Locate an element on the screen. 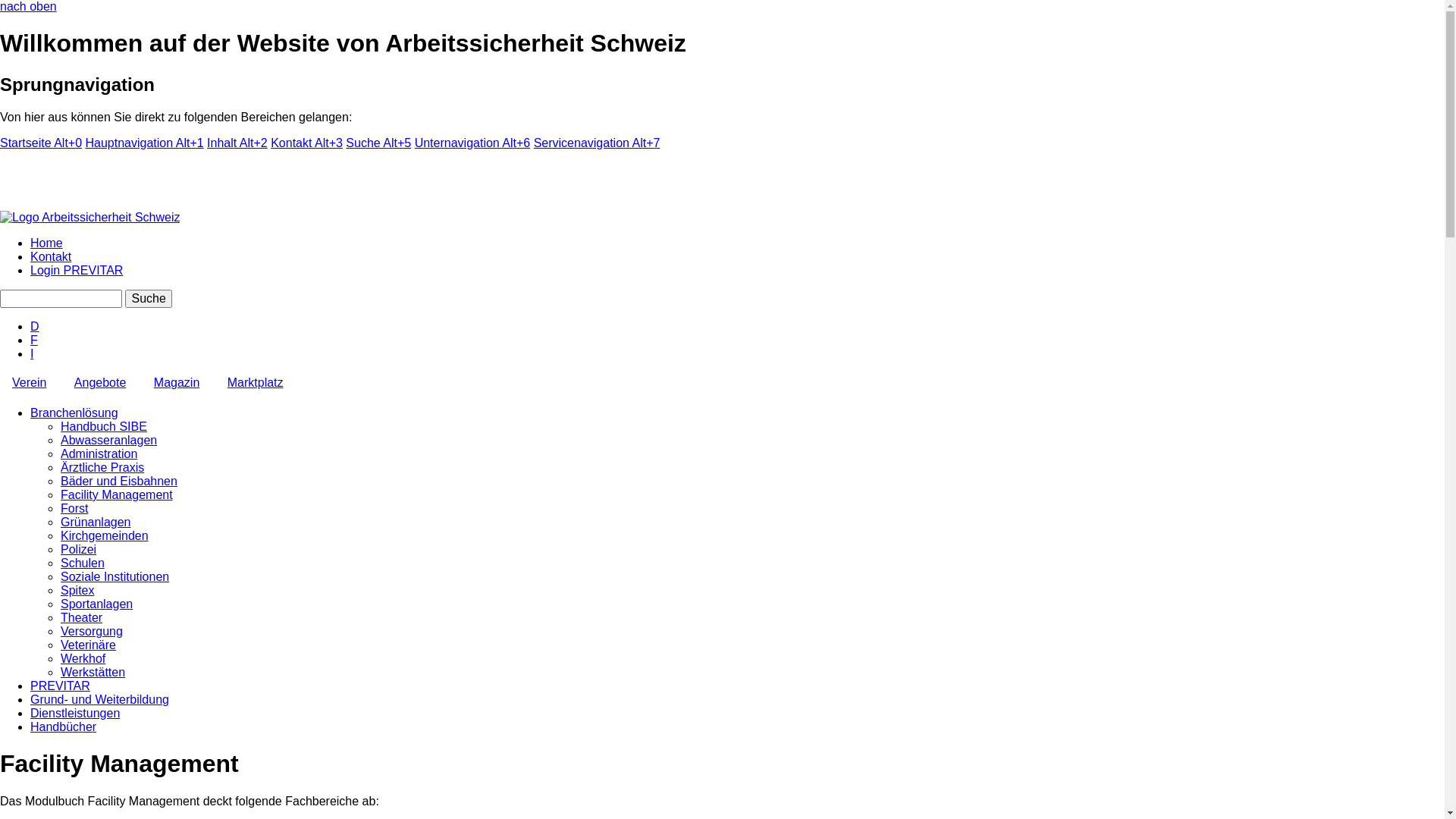 The image size is (1456, 819). 'Handbuch SIBE' is located at coordinates (103, 426).